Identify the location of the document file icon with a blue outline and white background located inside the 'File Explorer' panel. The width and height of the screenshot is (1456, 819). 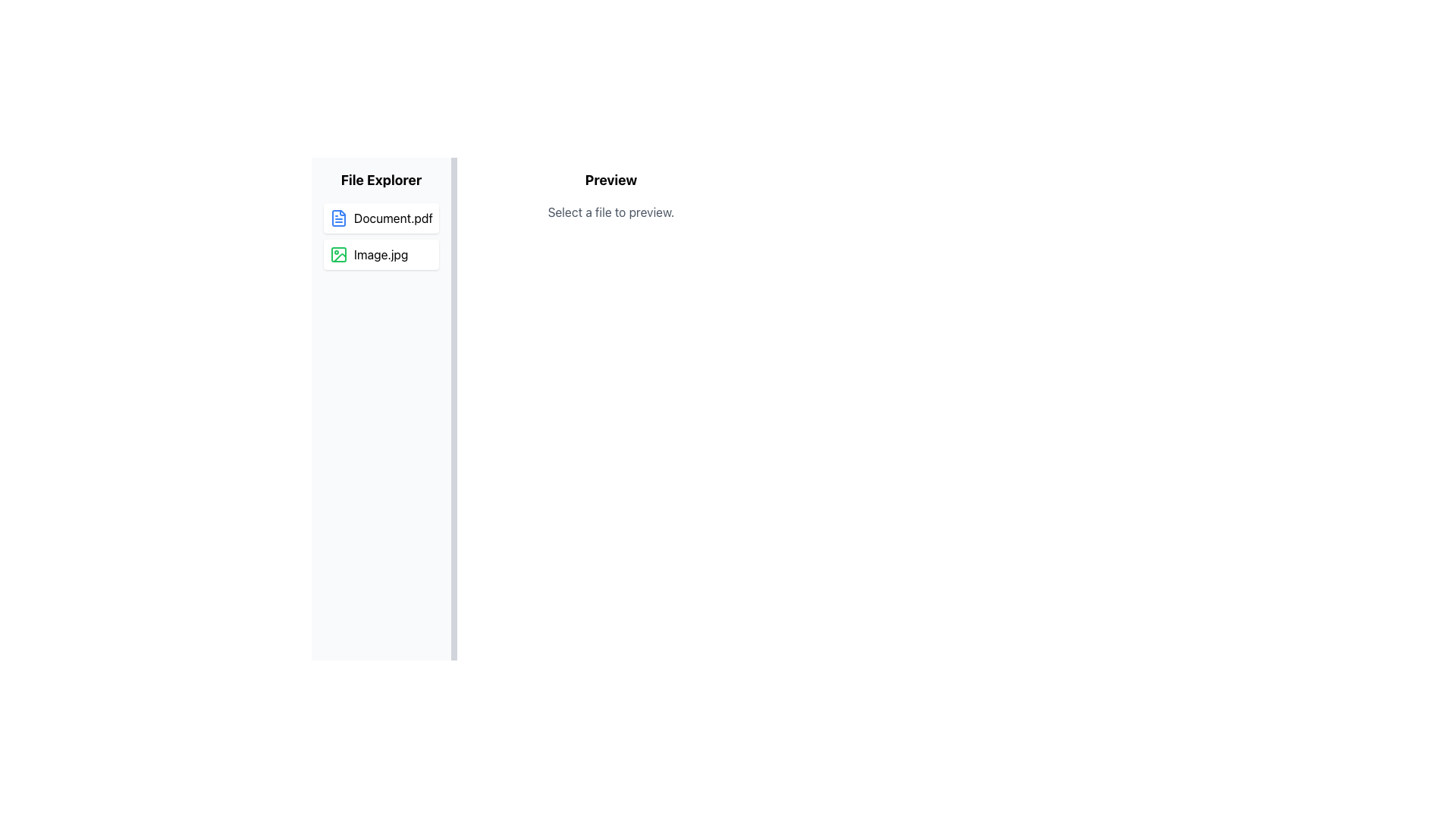
(337, 218).